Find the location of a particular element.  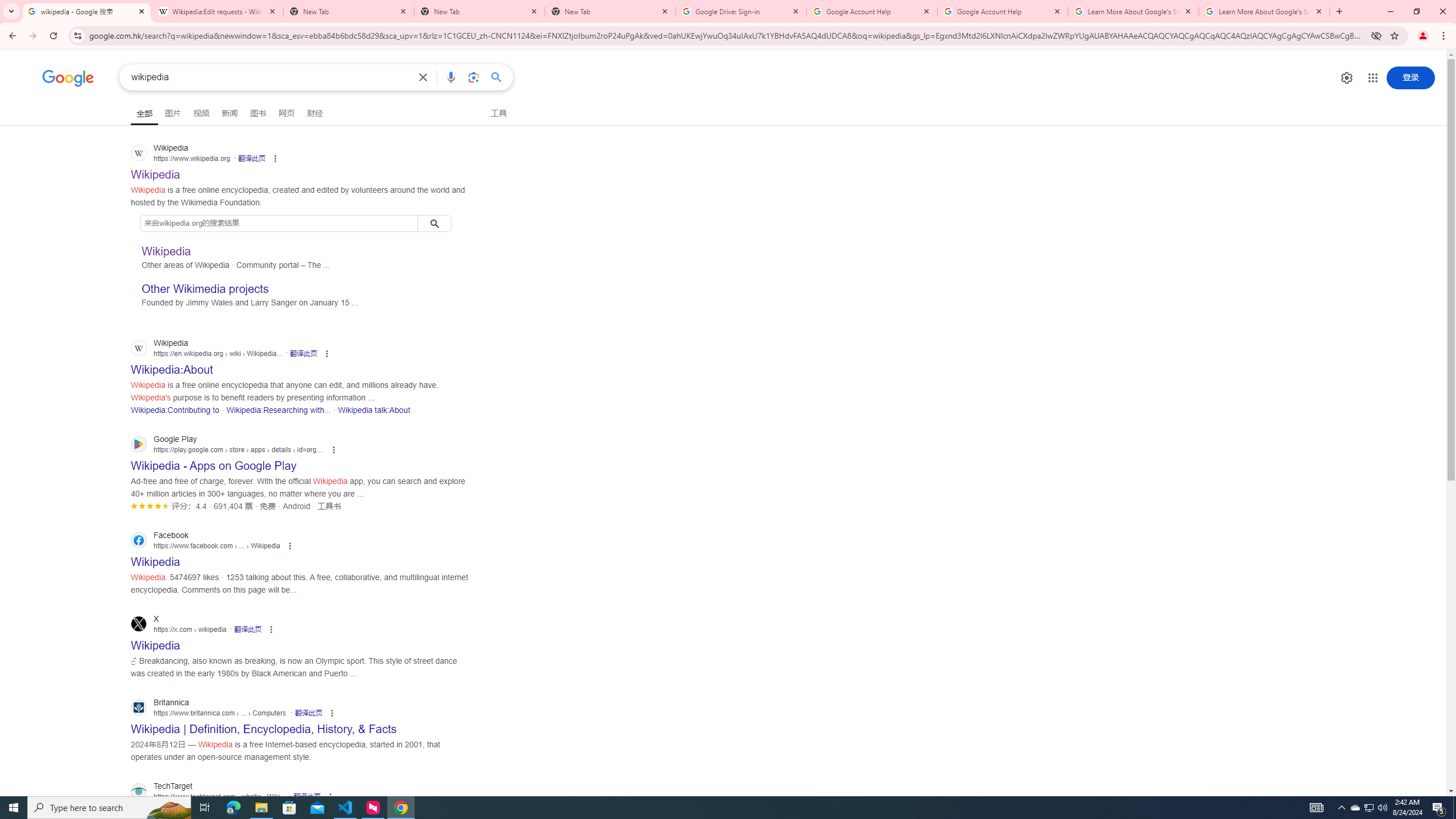

'View site information' is located at coordinates (77, 35).